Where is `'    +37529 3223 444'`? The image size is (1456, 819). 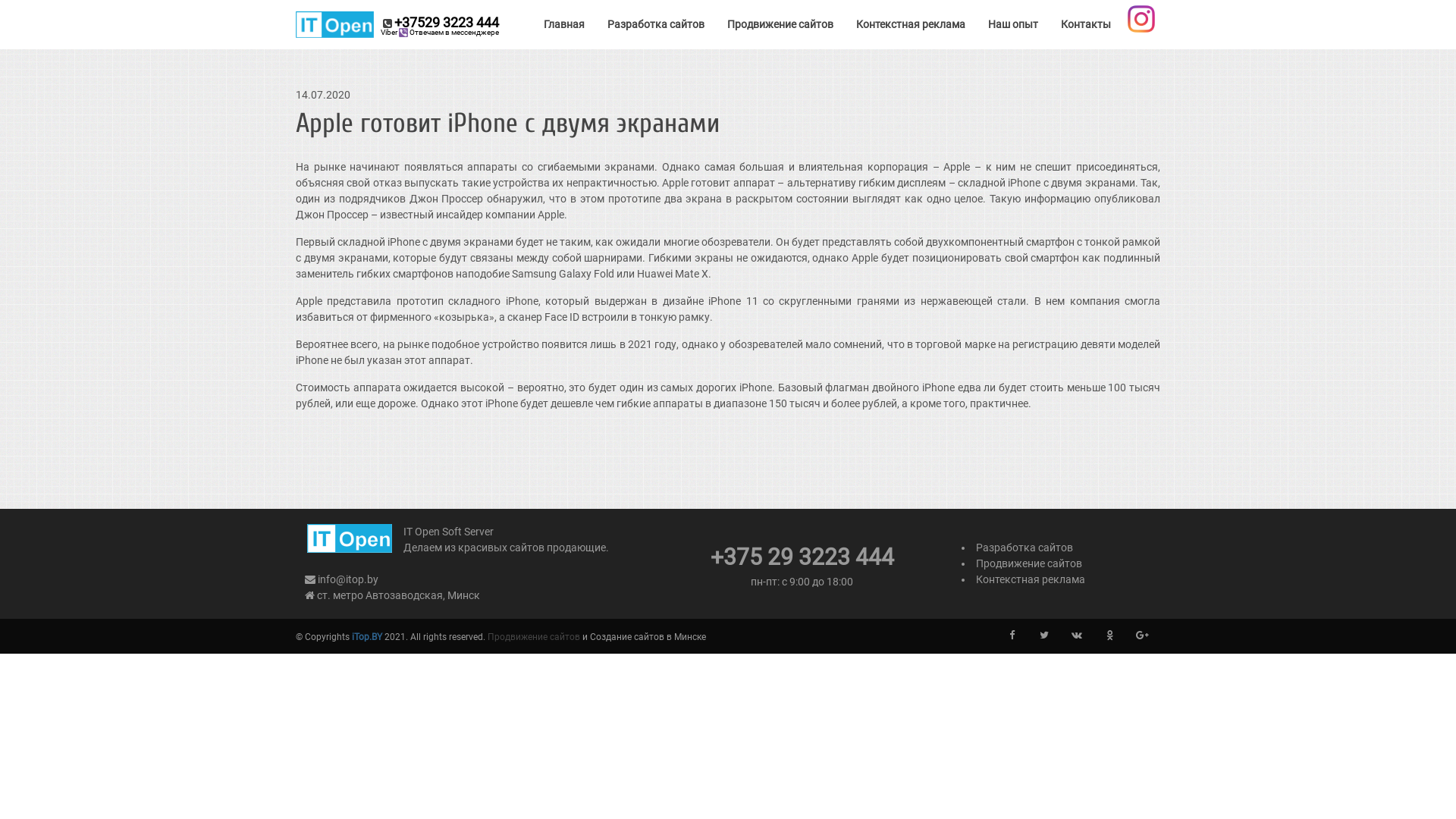
'    +37529 3223 444' is located at coordinates (397, 24).